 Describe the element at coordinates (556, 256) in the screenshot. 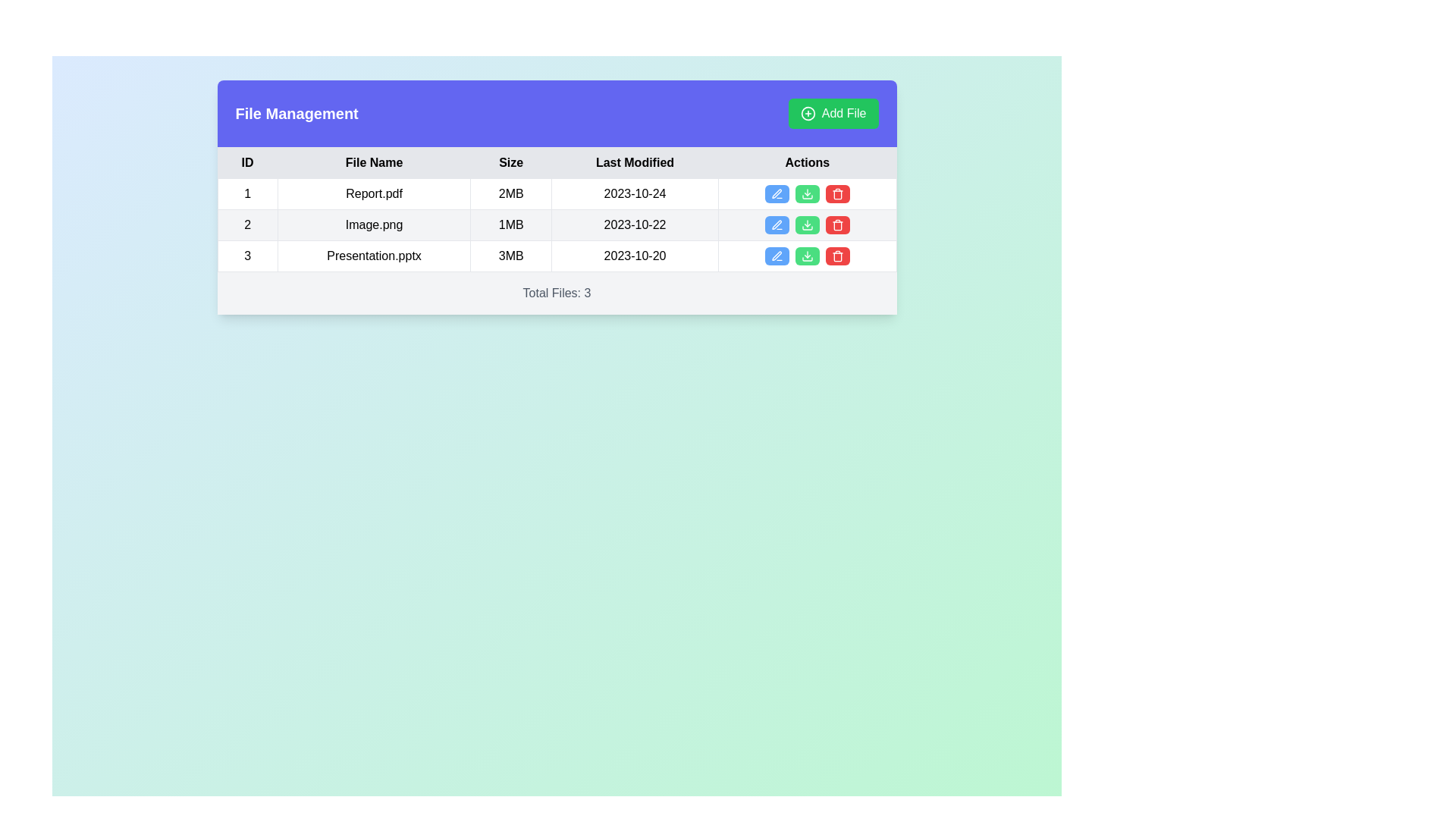

I see `and drop the third row in the table containing the file 'Presentation.pptx'` at that location.